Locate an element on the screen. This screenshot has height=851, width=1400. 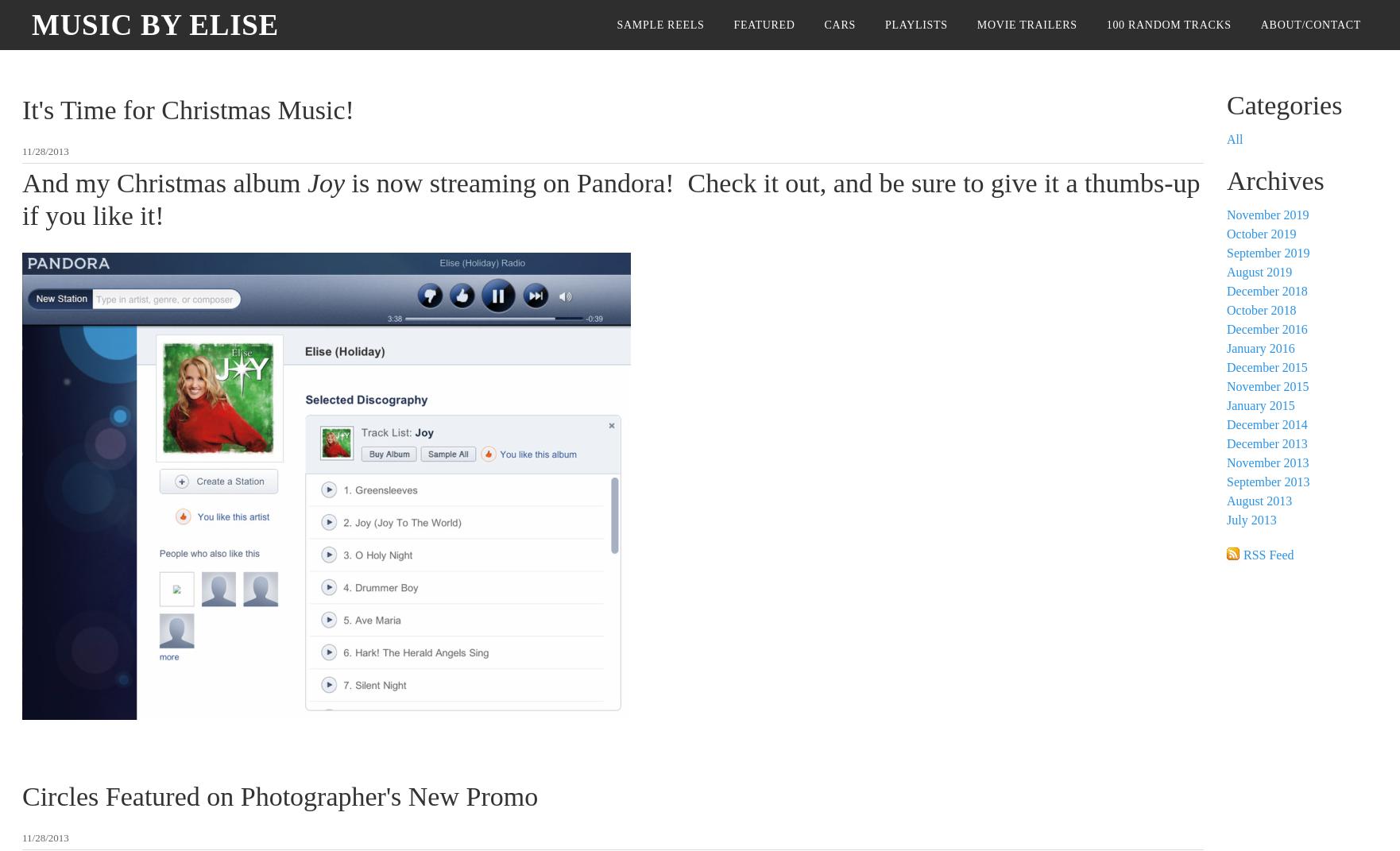
'October 2018' is located at coordinates (1226, 309).